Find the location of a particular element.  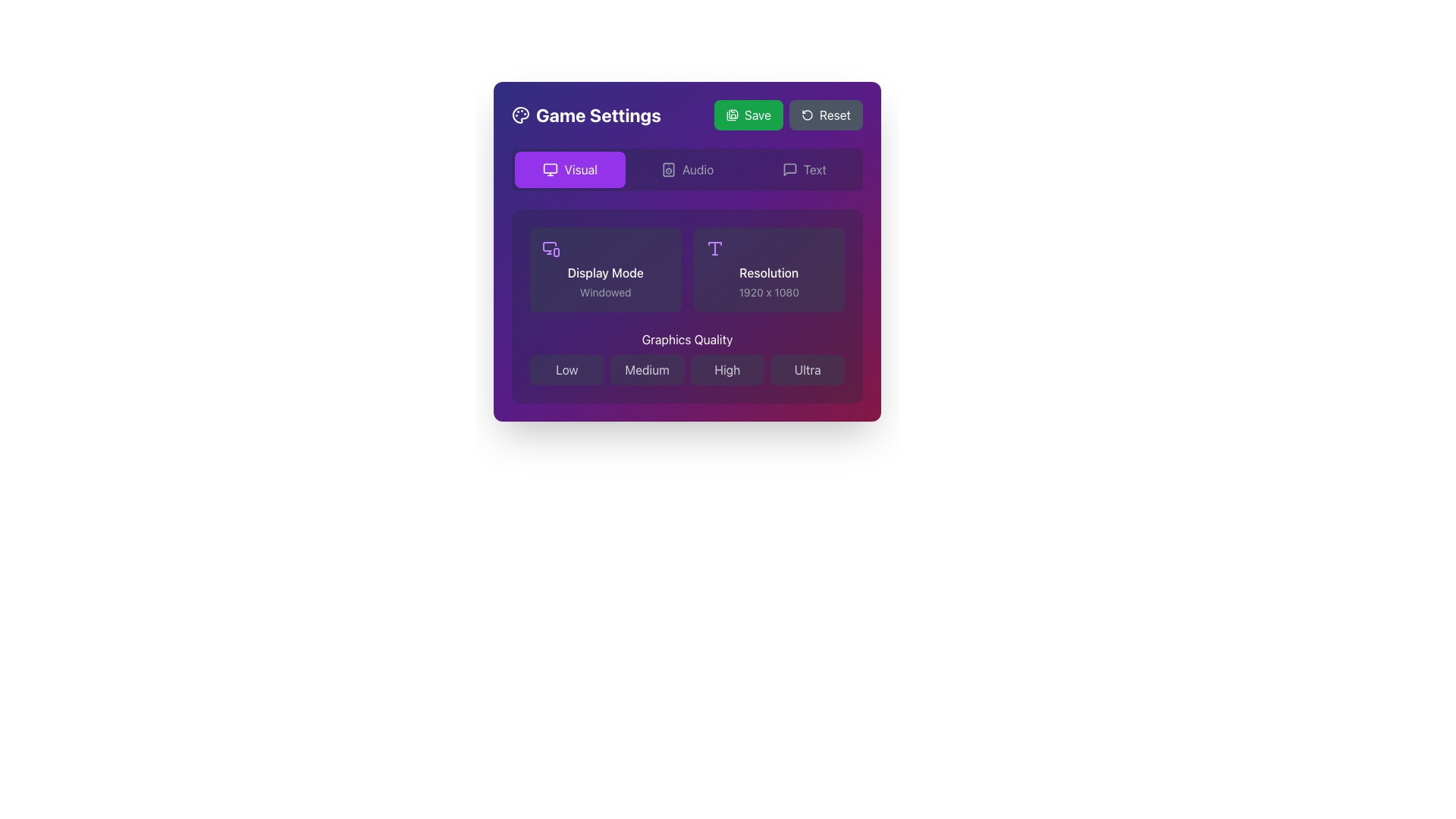

the speaker-shaped icon within the 'Audio' tab button in the purple 'Game Settings' panel is located at coordinates (667, 169).